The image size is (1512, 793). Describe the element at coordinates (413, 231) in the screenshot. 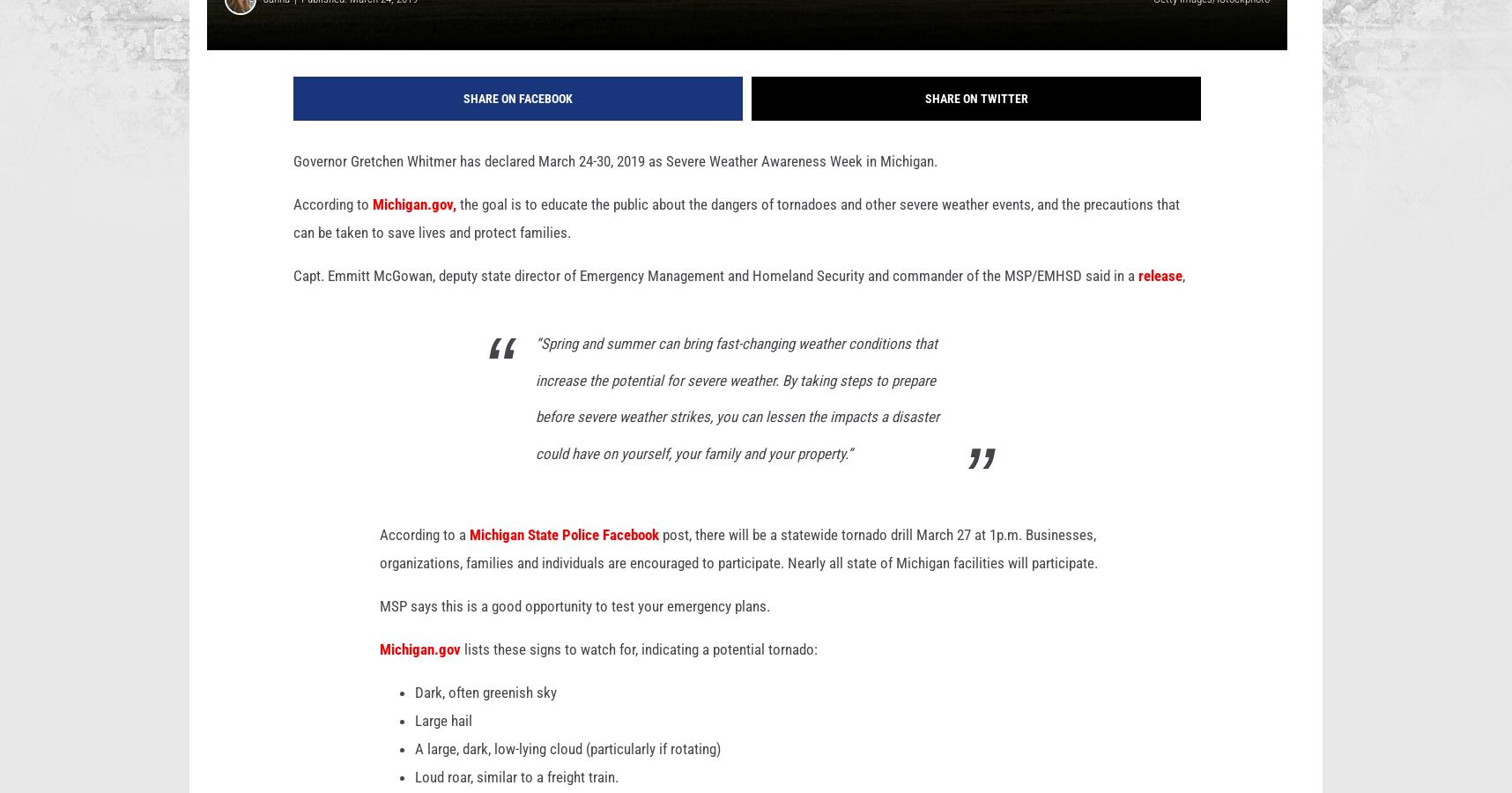

I see `'Michigan.gov,'` at that location.